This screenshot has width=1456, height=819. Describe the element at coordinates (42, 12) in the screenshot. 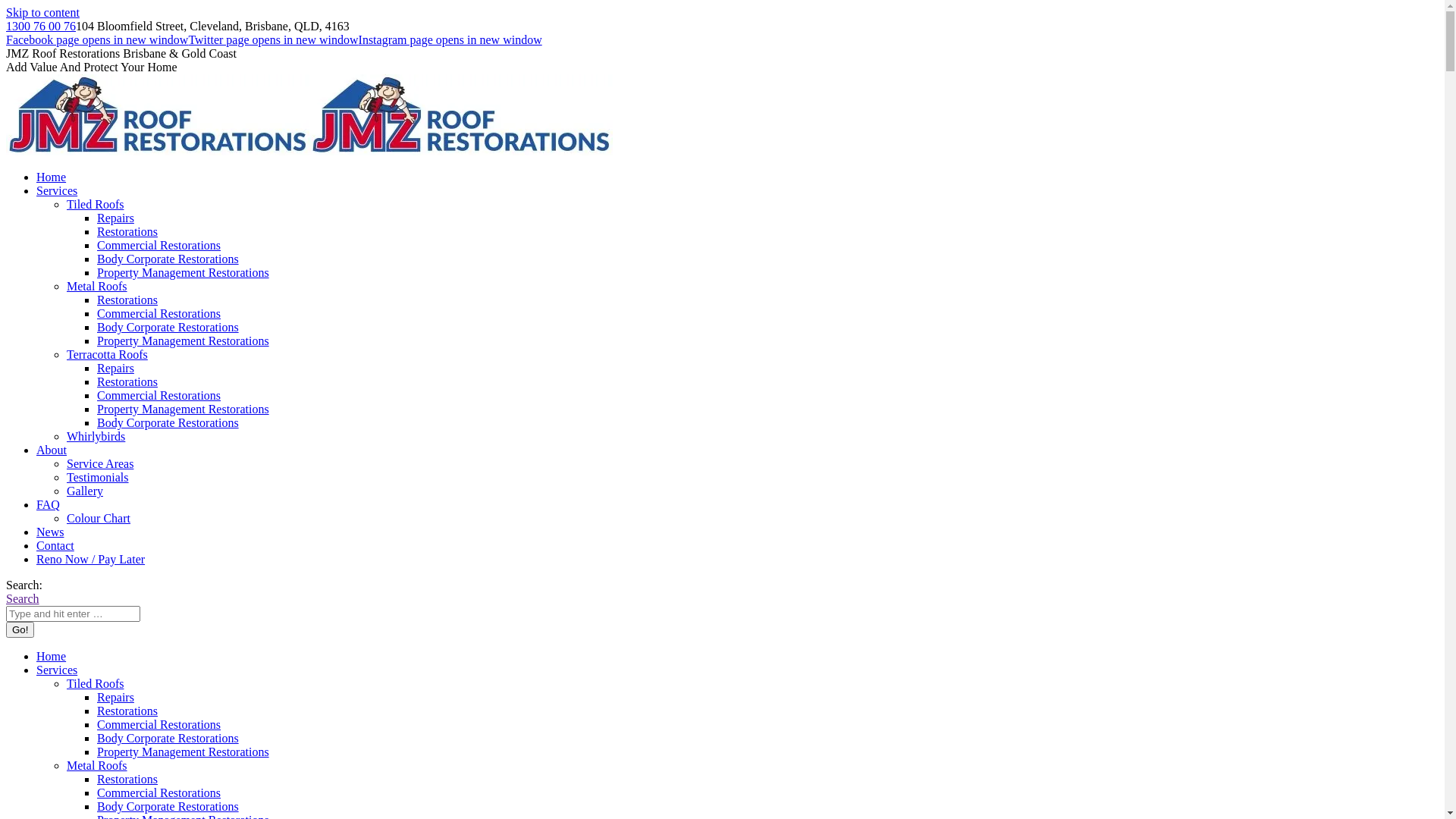

I see `'Skip to content'` at that location.